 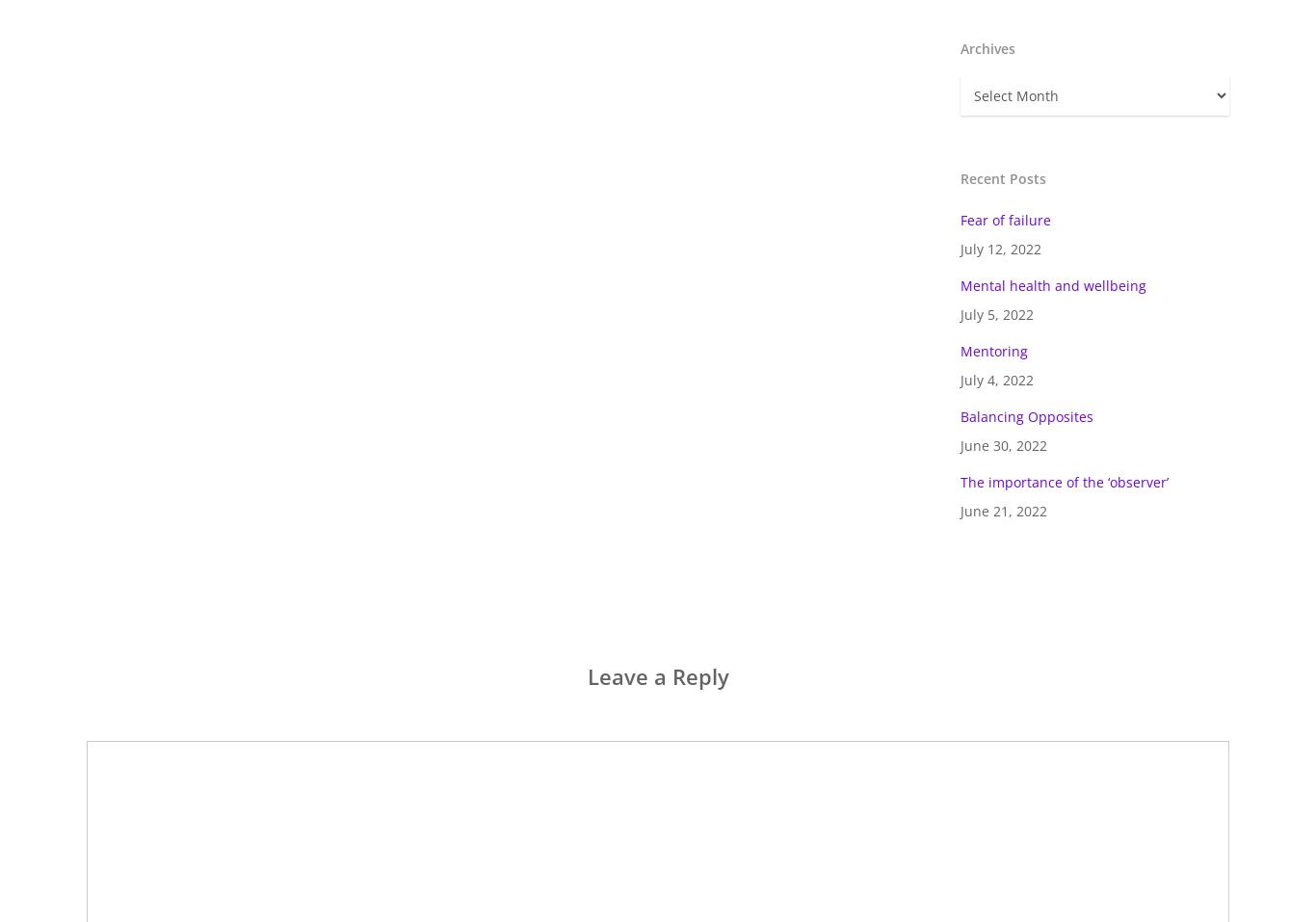 I want to click on 'July 5, 2022', so click(x=996, y=314).